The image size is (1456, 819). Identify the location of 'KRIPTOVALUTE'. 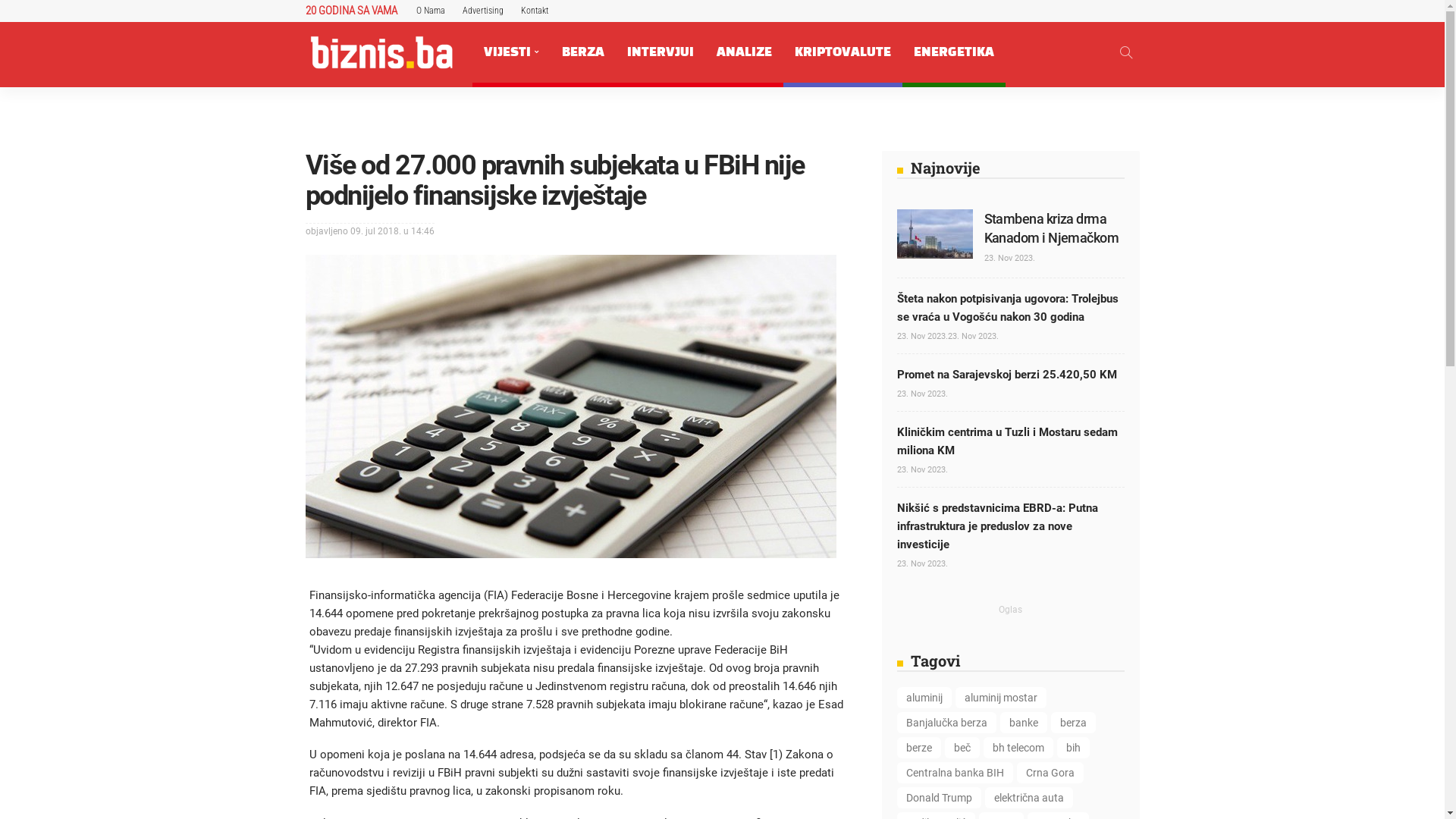
(841, 52).